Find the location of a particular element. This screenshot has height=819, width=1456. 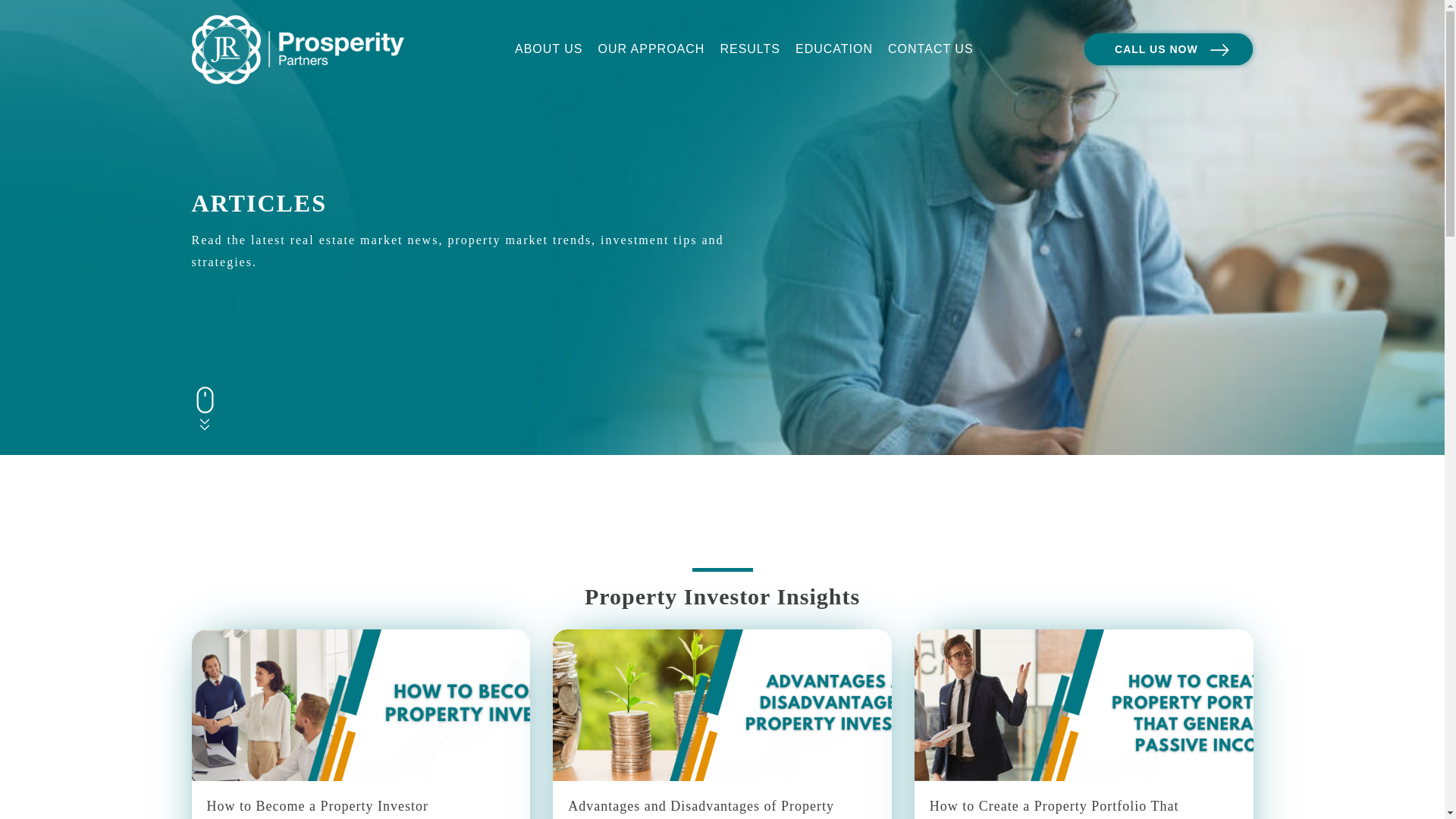

'RESULTS' is located at coordinates (749, 49).